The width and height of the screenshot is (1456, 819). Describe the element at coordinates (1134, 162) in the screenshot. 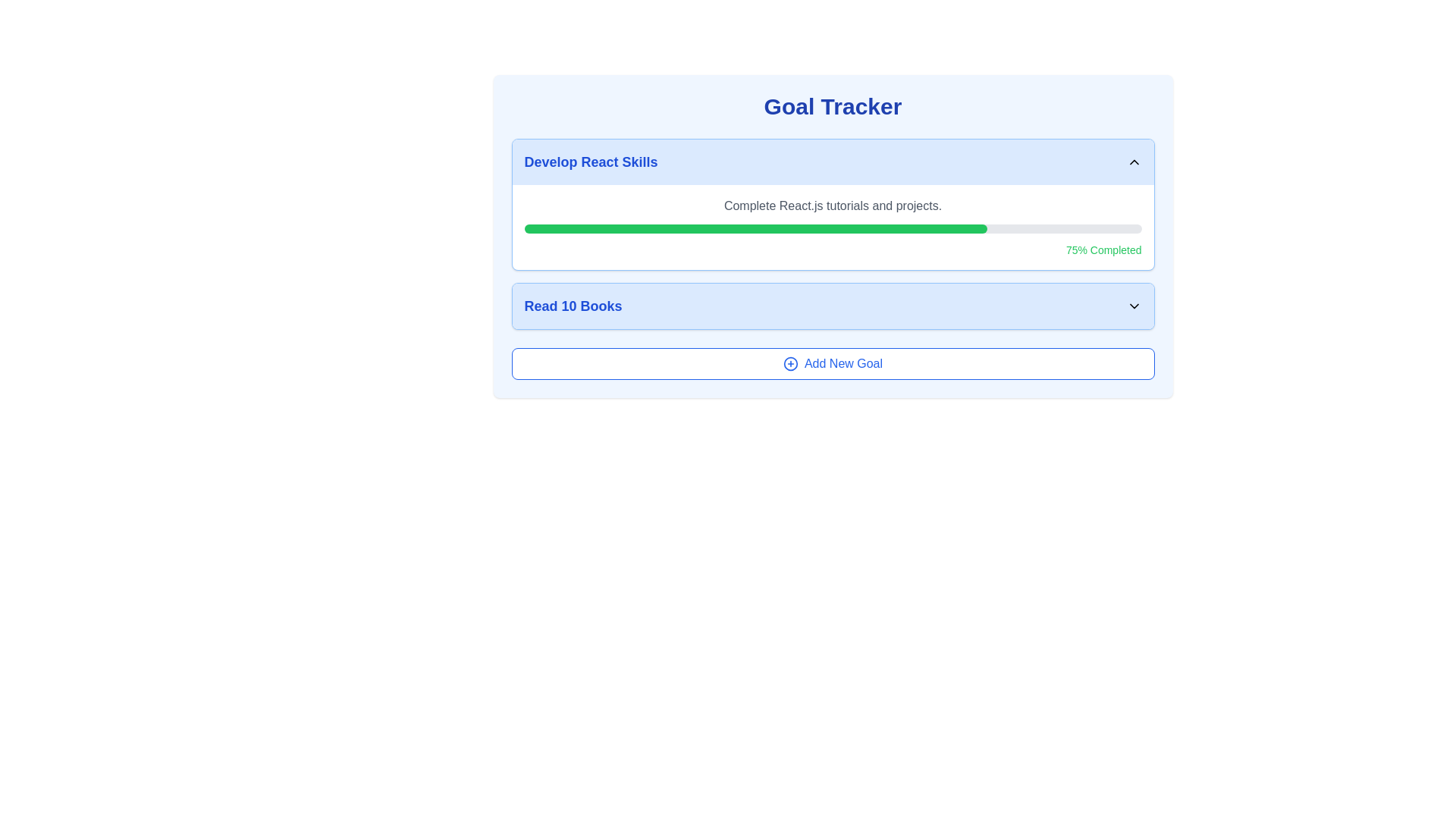

I see `the chevron-up icon located in the top-right corner of the 'Develop React Skills' card header` at that location.